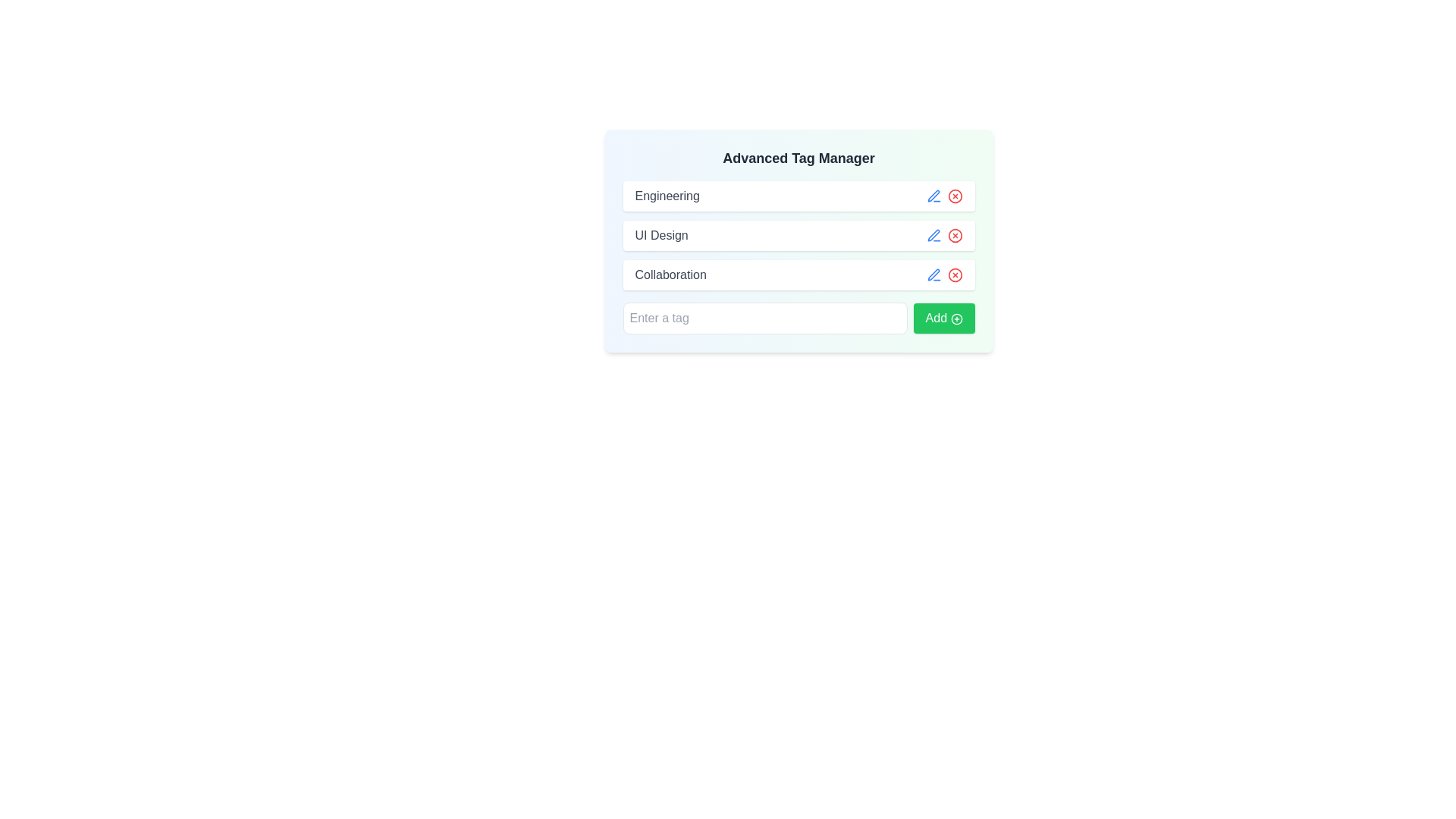 This screenshot has height=819, width=1456. I want to click on the circular icon with a plus symbol (+) in the center, located within the green 'Add' button at the bottom-right corner of the interface, so click(955, 318).